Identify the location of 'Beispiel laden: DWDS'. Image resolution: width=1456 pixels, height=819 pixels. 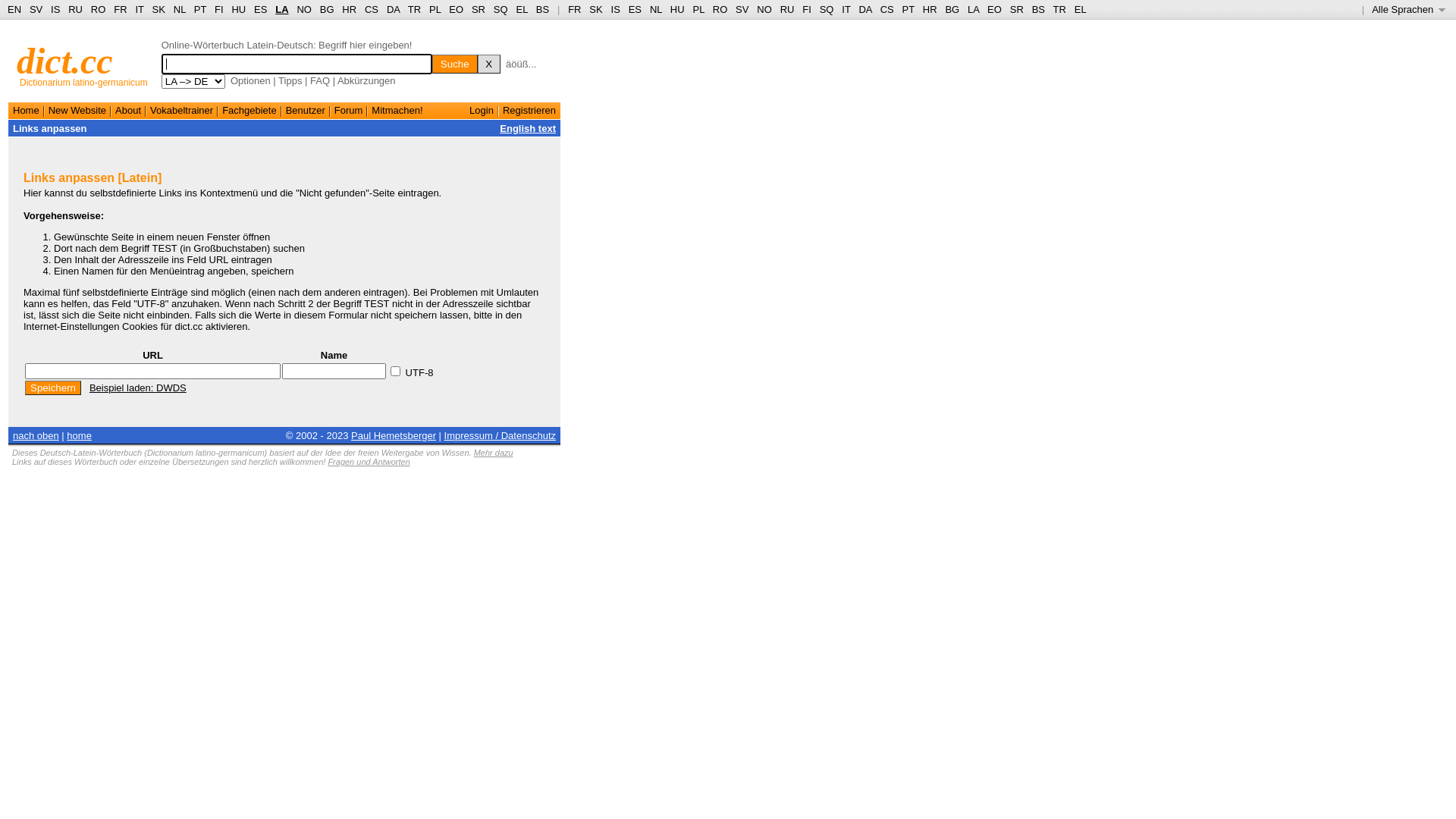
(89, 387).